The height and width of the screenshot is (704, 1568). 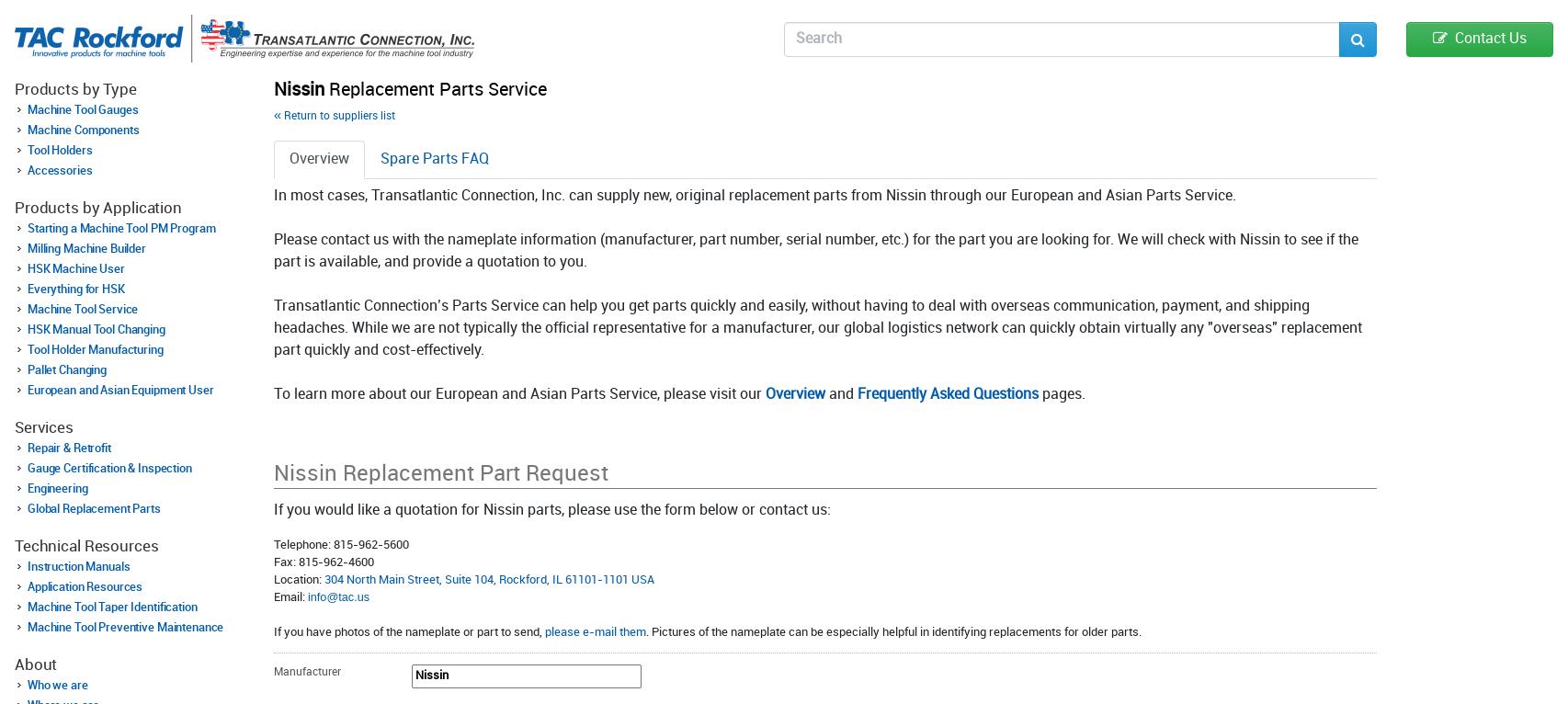 What do you see at coordinates (893, 631) in the screenshot?
I see `'. 
                Pictures of the nameplate can be especially helpful in identifying replacements for older parts.'` at bounding box center [893, 631].